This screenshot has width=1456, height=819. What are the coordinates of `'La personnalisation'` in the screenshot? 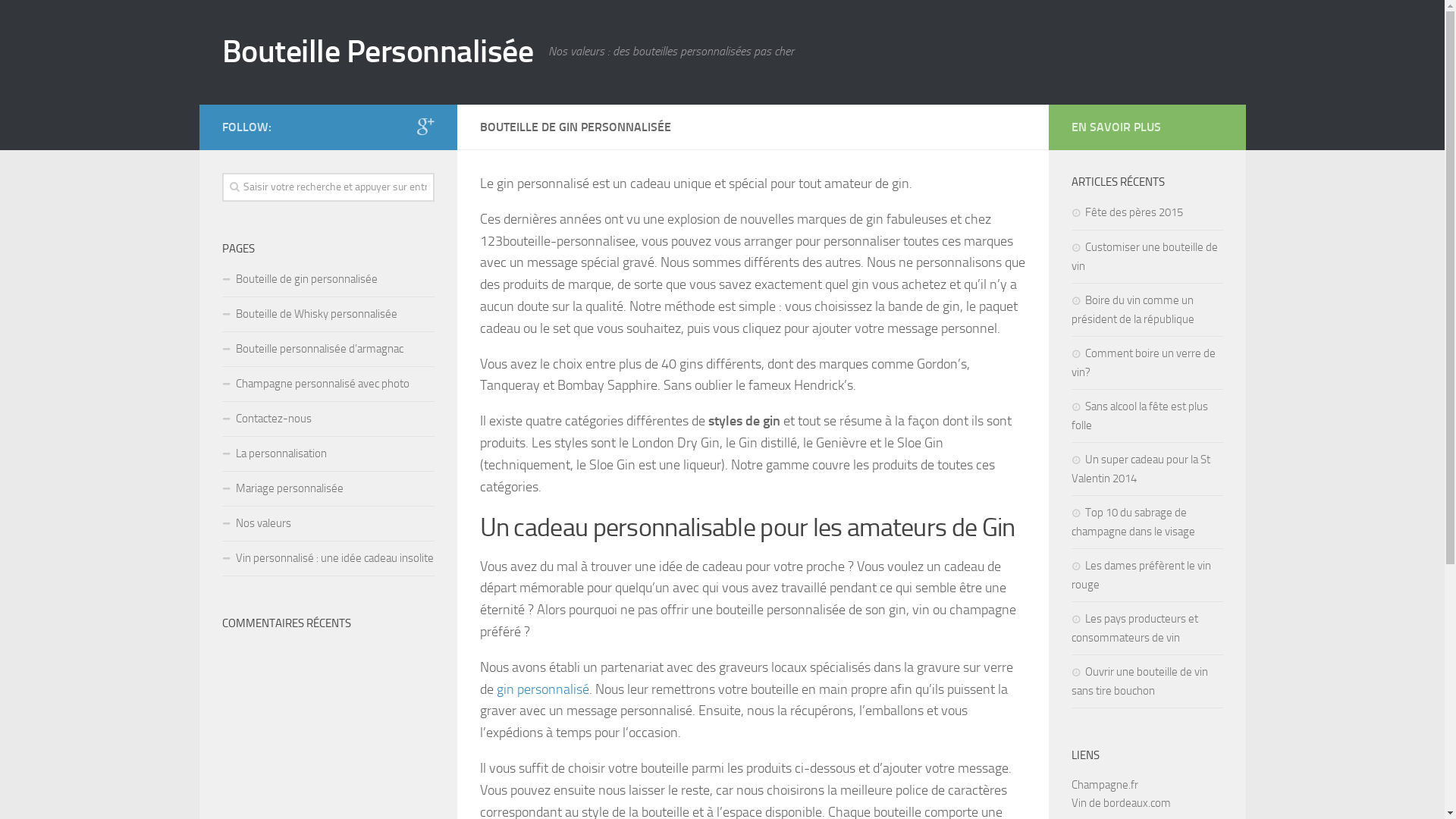 It's located at (327, 453).